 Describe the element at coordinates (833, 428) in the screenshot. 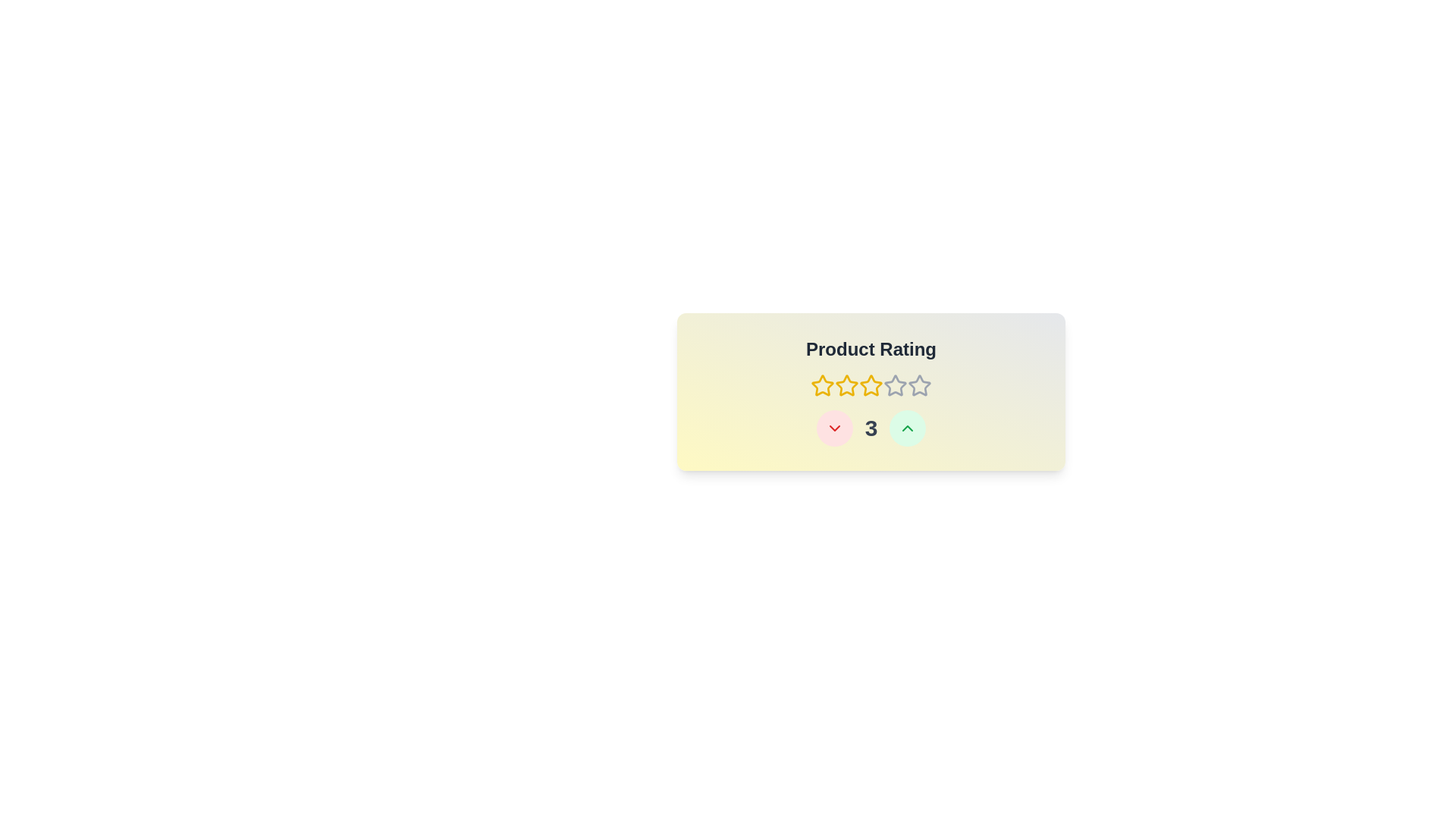

I see `the downward-pointing chevron icon within the circular button located to the left of the numeric display labeled '3' in the compact rating interface` at that location.